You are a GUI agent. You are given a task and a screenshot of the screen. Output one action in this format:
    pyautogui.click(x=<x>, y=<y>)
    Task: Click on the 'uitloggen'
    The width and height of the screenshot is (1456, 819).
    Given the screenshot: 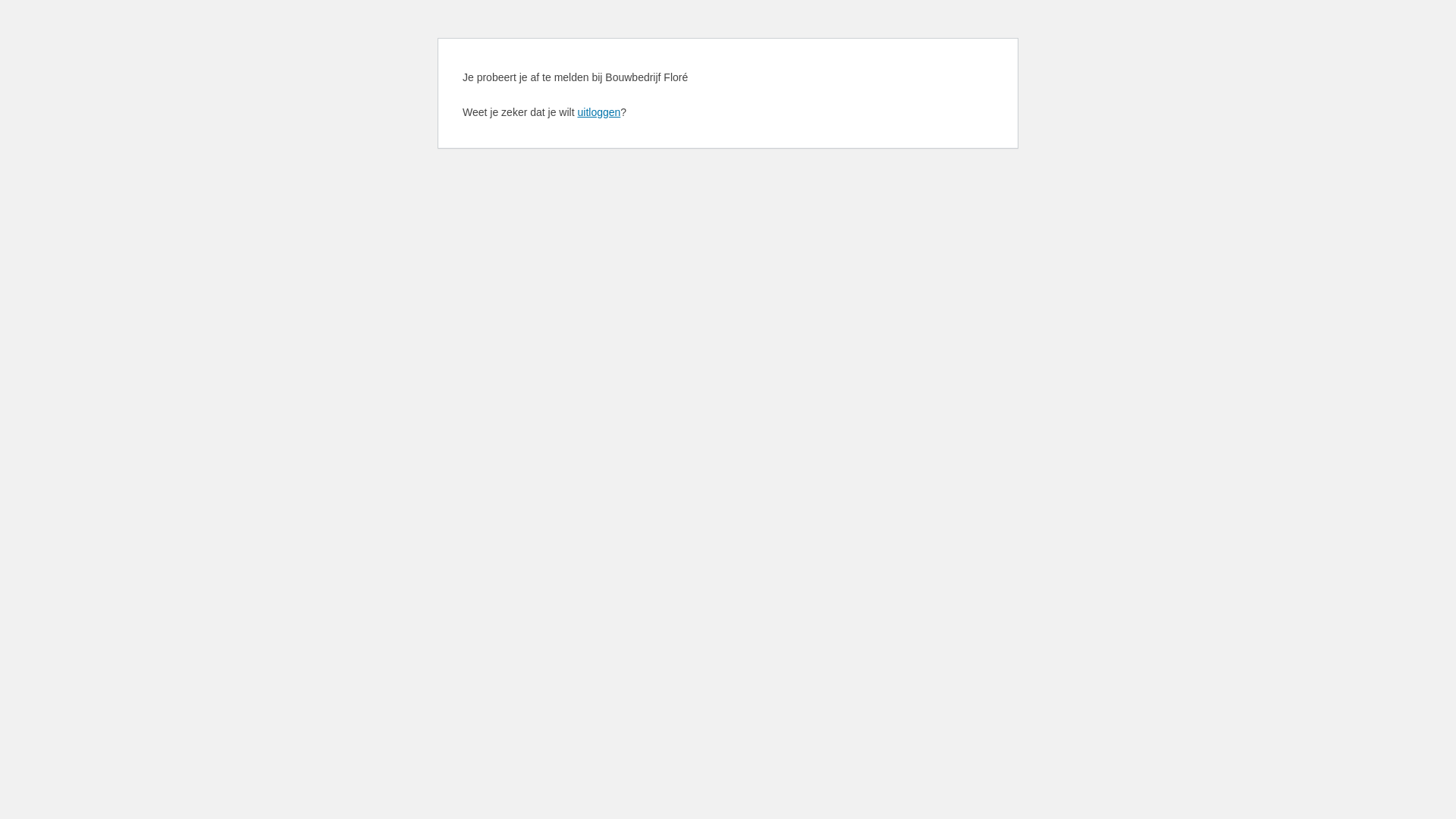 What is the action you would take?
    pyautogui.click(x=598, y=111)
    